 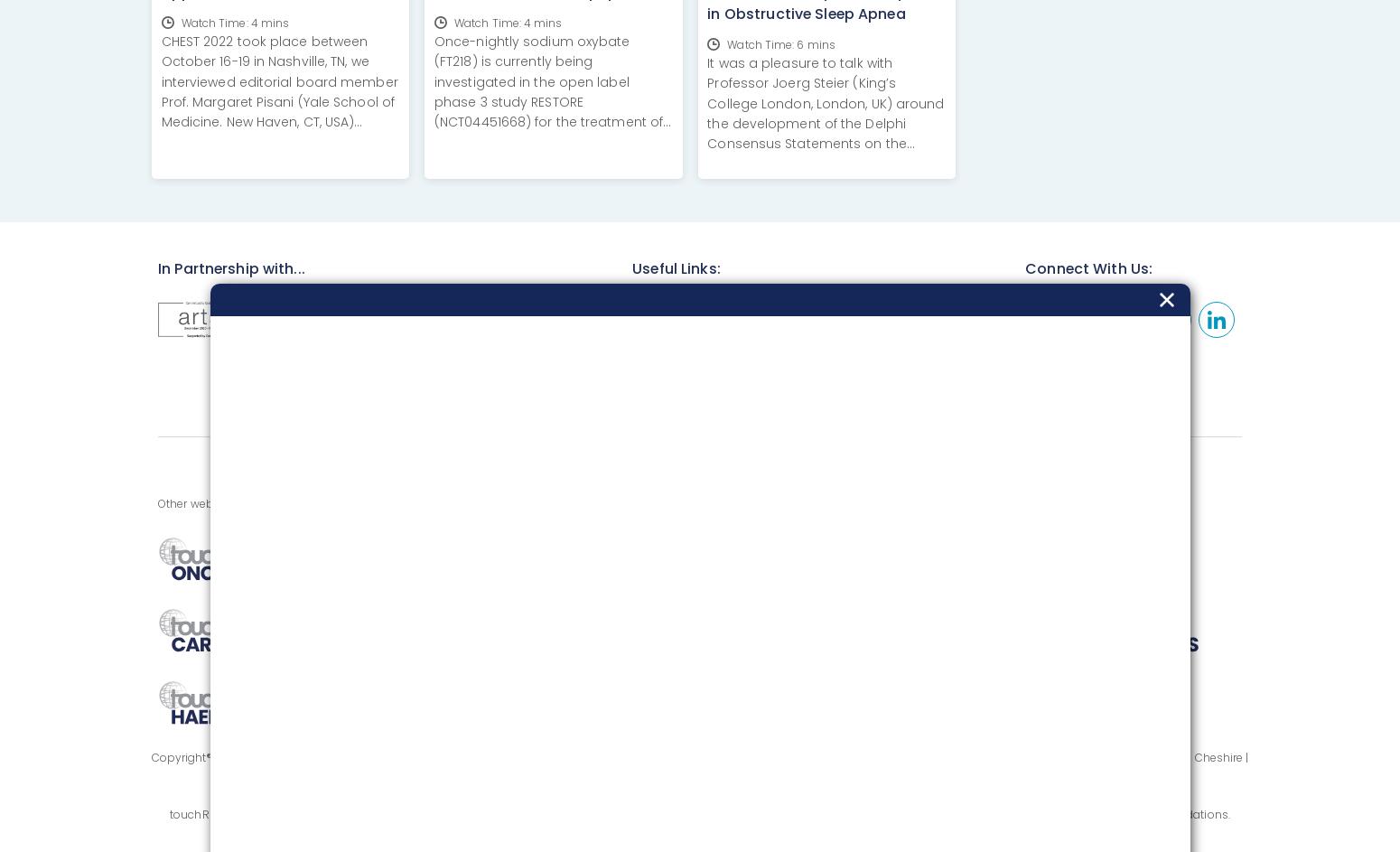 What do you see at coordinates (856, 351) in the screenshot?
I see `'Terms & Conditions'` at bounding box center [856, 351].